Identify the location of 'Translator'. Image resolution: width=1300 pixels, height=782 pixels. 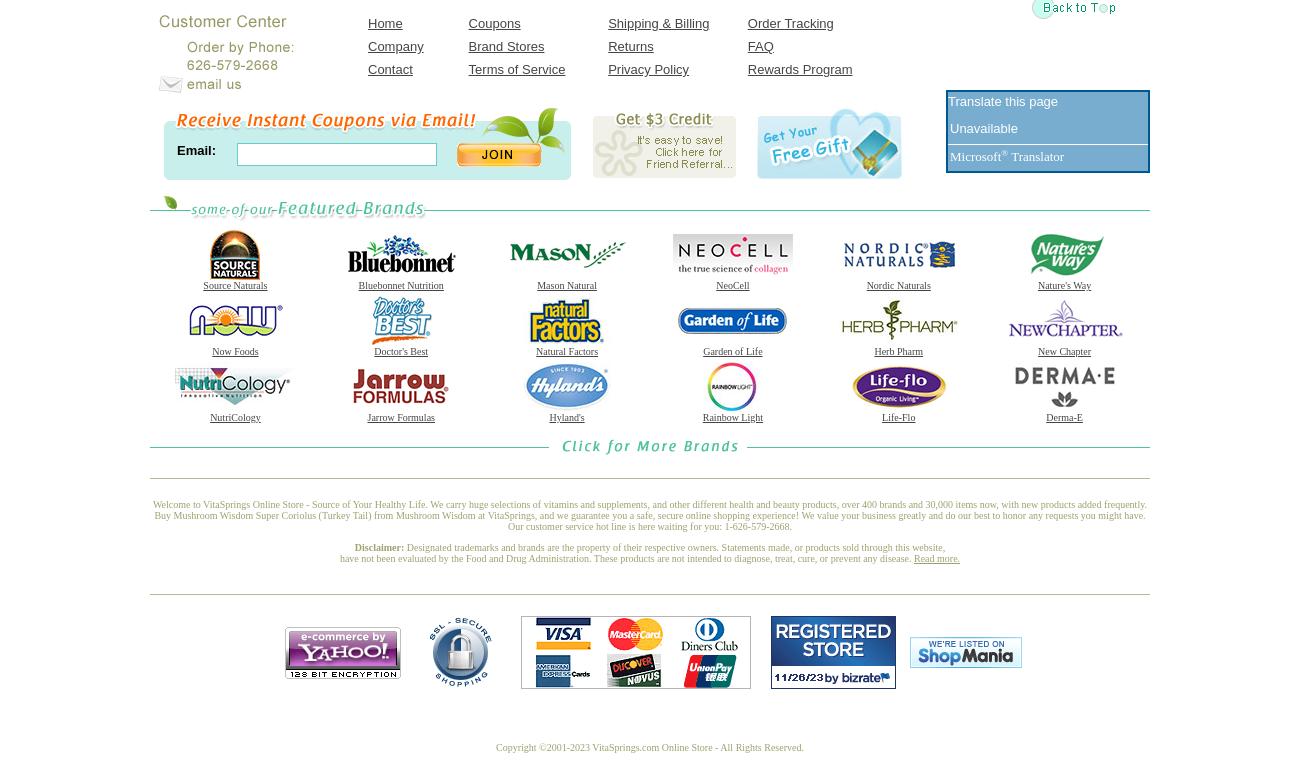
(1035, 156).